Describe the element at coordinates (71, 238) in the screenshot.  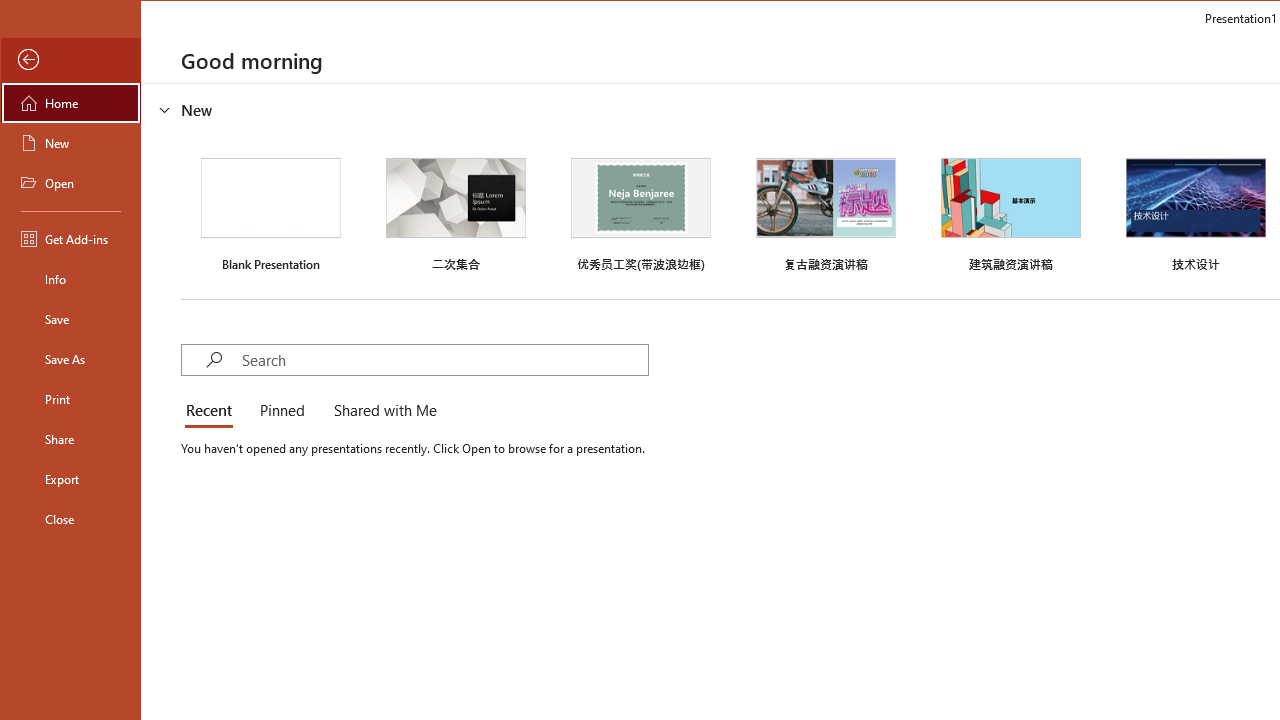
I see `'Get Add-ins'` at that location.